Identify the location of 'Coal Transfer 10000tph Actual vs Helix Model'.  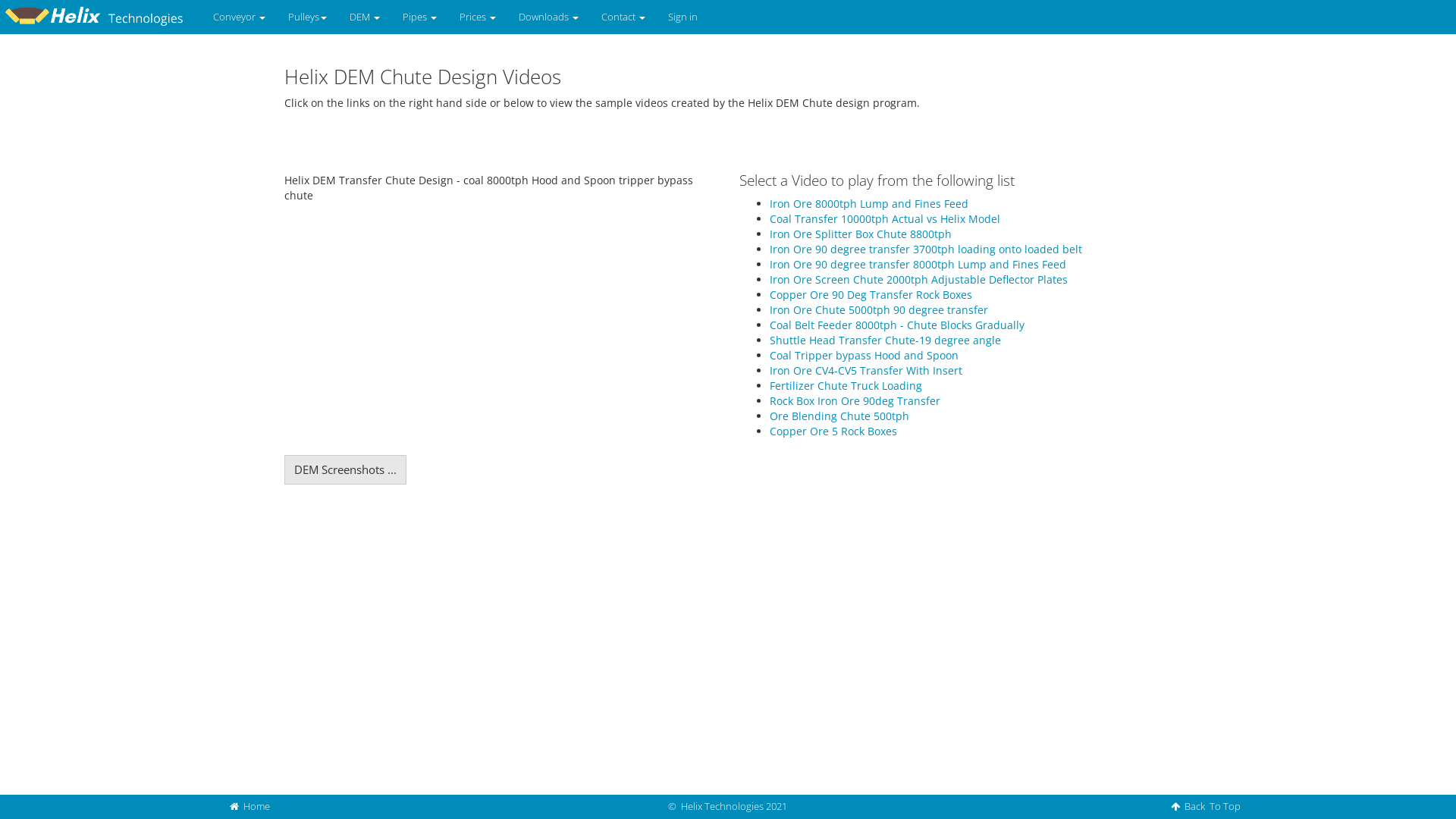
(884, 218).